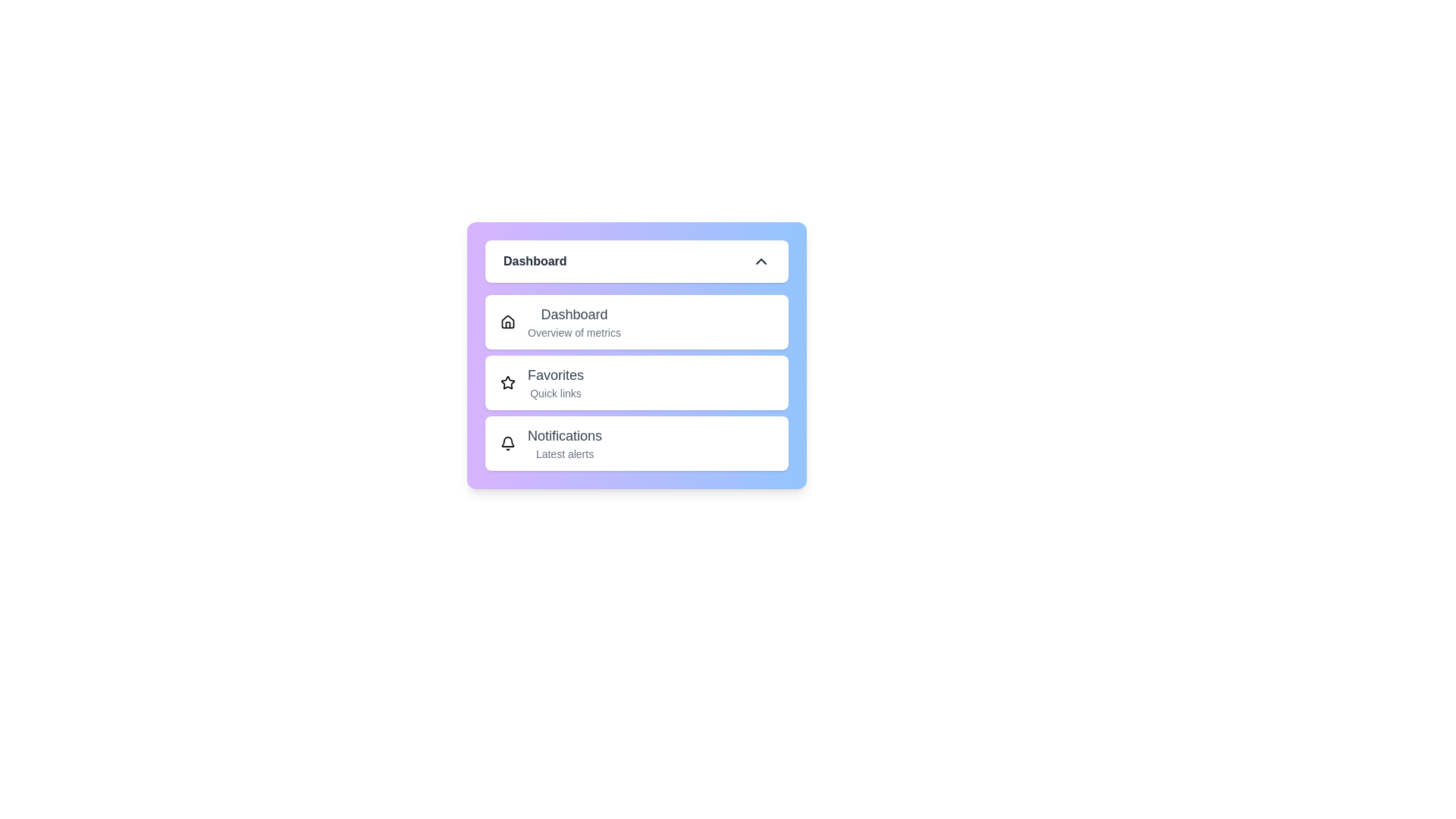 This screenshot has height=819, width=1456. Describe the element at coordinates (637, 321) in the screenshot. I see `the menu item Dashboard` at that location.